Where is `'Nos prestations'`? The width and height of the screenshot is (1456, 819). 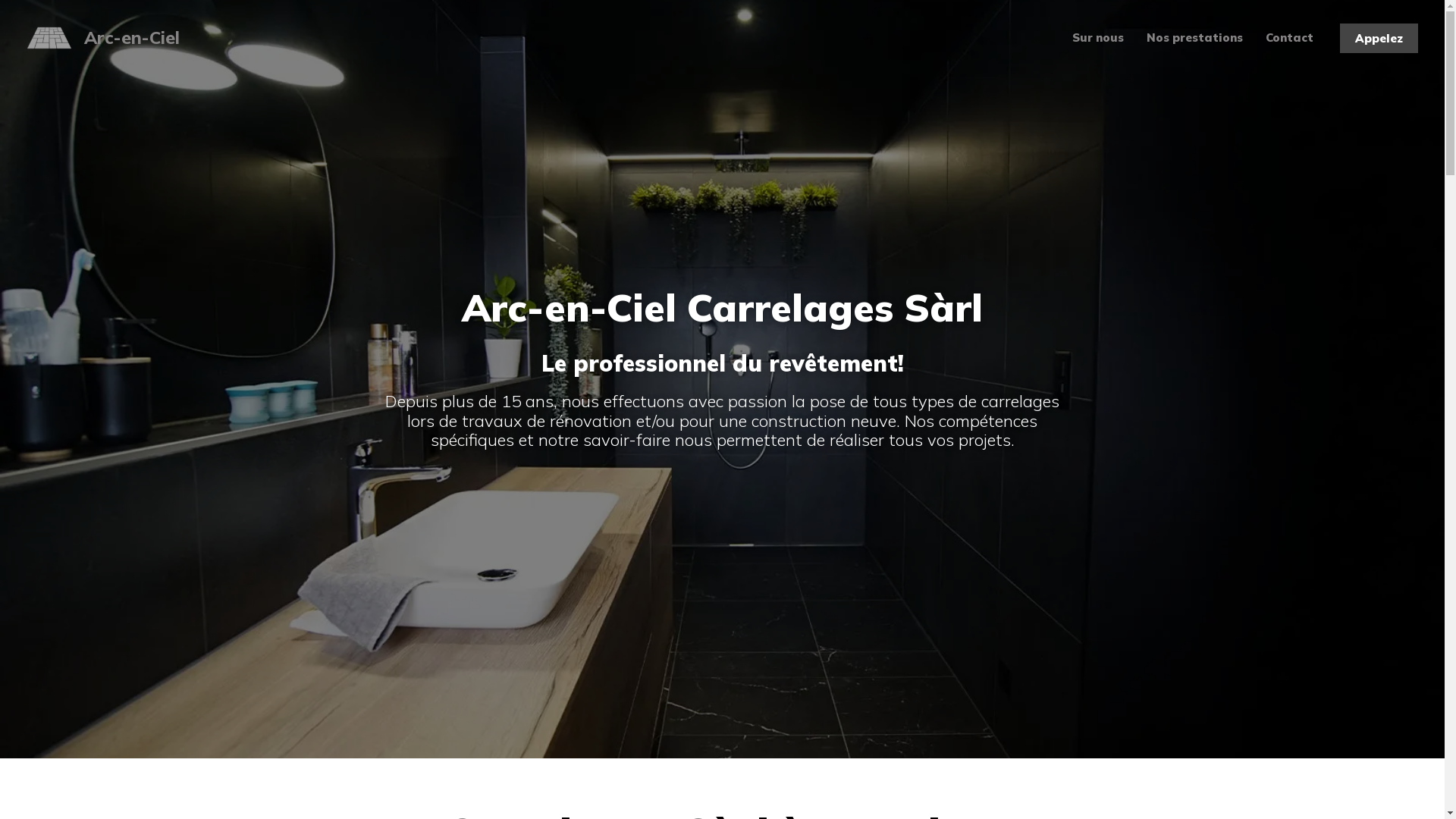
'Nos prestations' is located at coordinates (1194, 37).